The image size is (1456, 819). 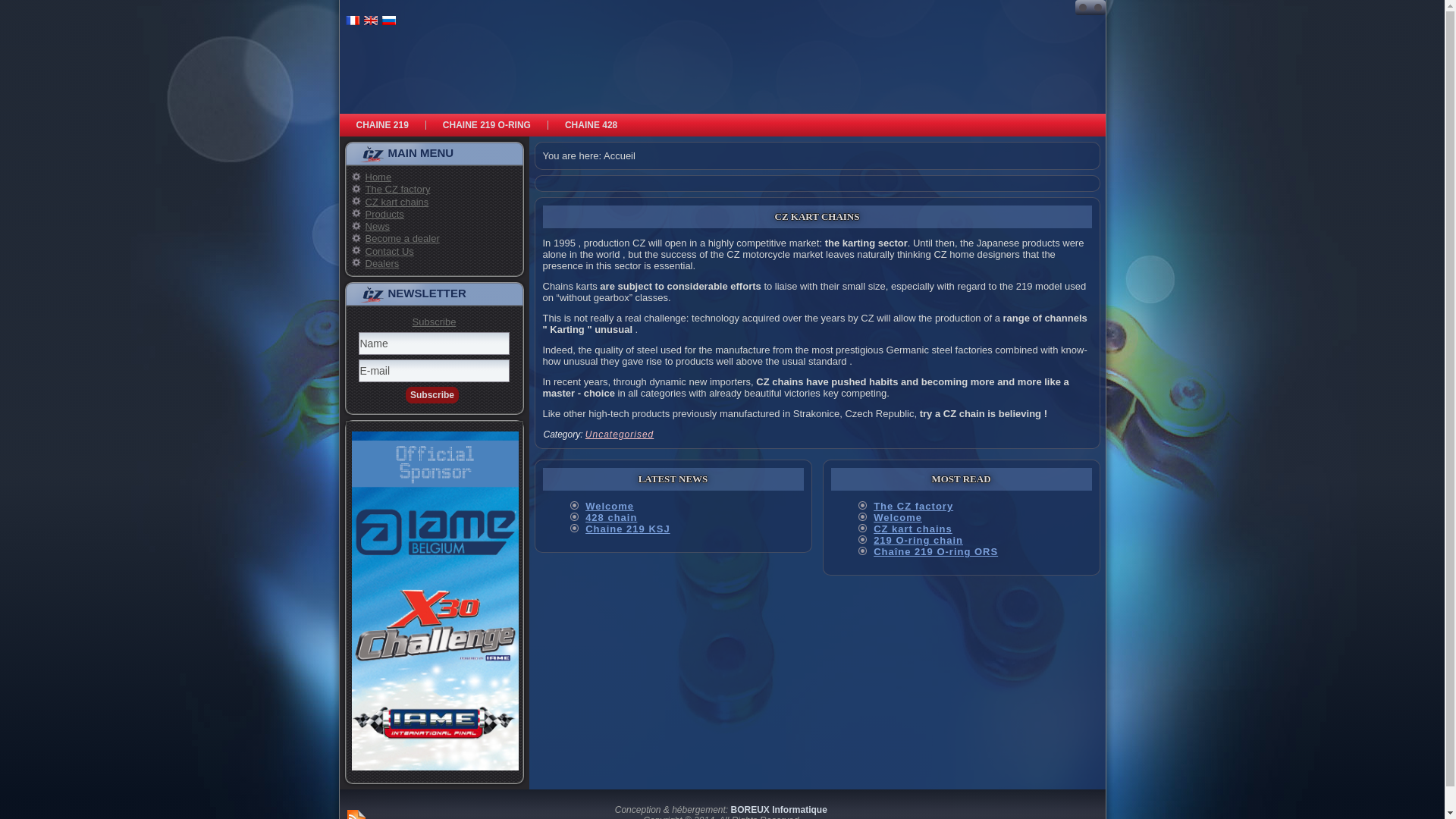 I want to click on 'The CZ factory', so click(x=397, y=188).